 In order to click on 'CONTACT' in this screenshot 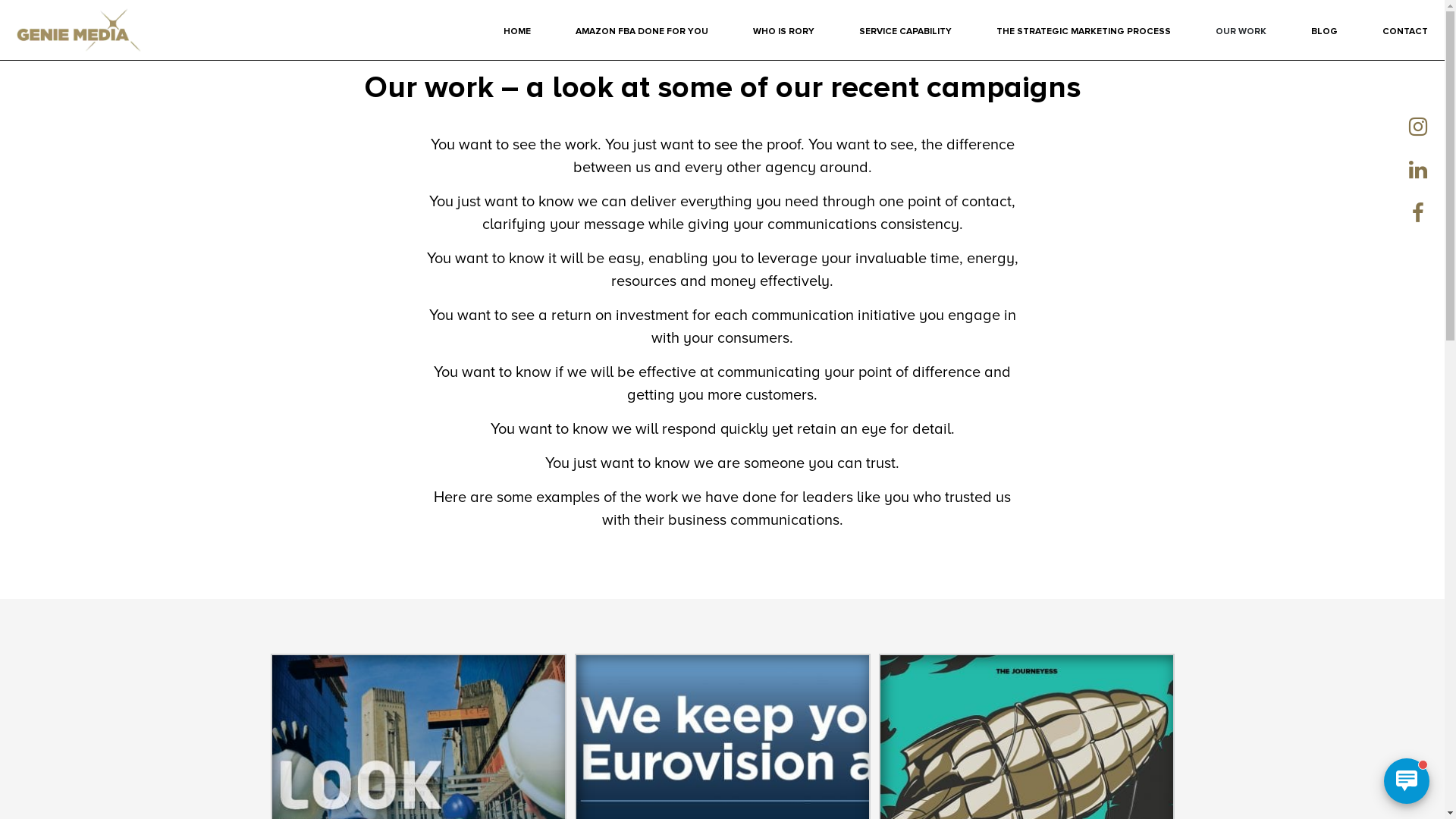, I will do `click(1404, 32)`.